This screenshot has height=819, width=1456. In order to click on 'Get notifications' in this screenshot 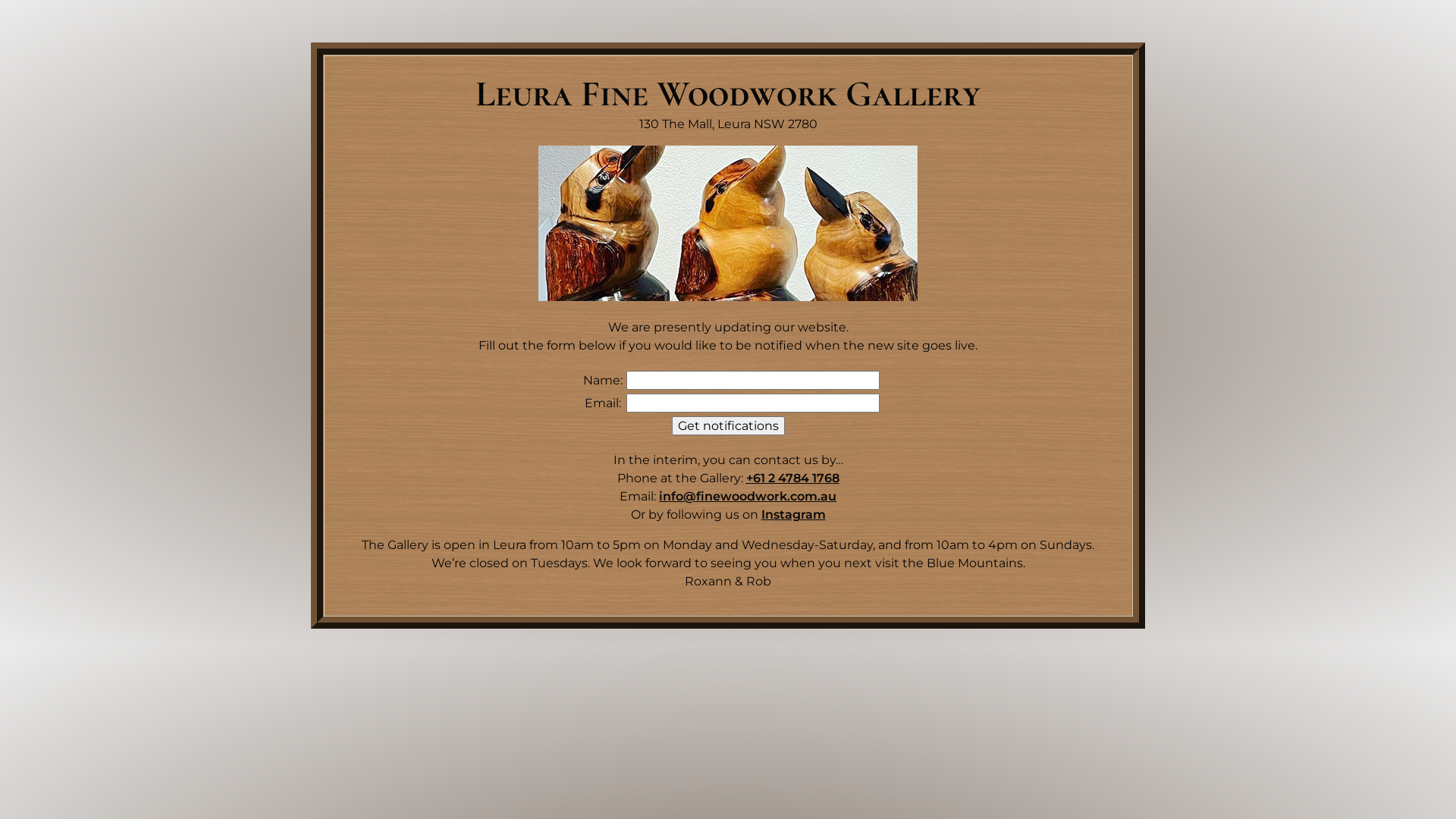, I will do `click(728, 425)`.